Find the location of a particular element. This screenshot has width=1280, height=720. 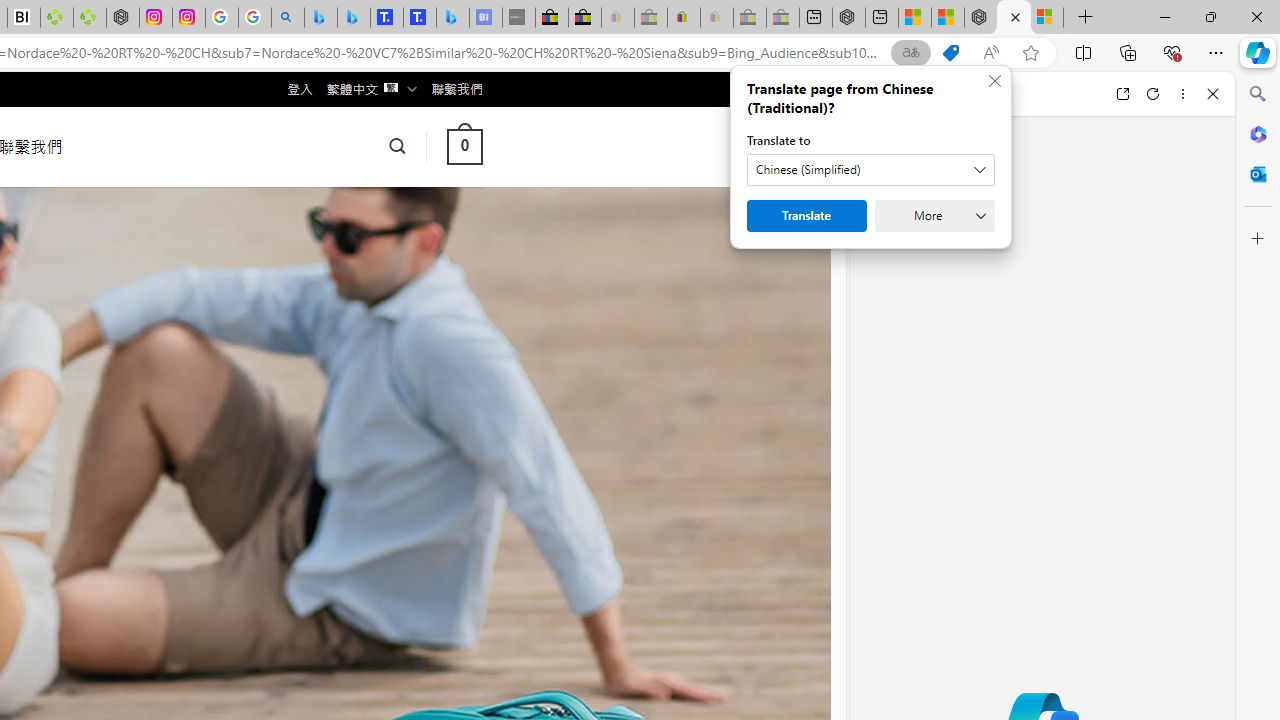

'This site has coupons! Shopping in Microsoft Edge' is located at coordinates (950, 52).